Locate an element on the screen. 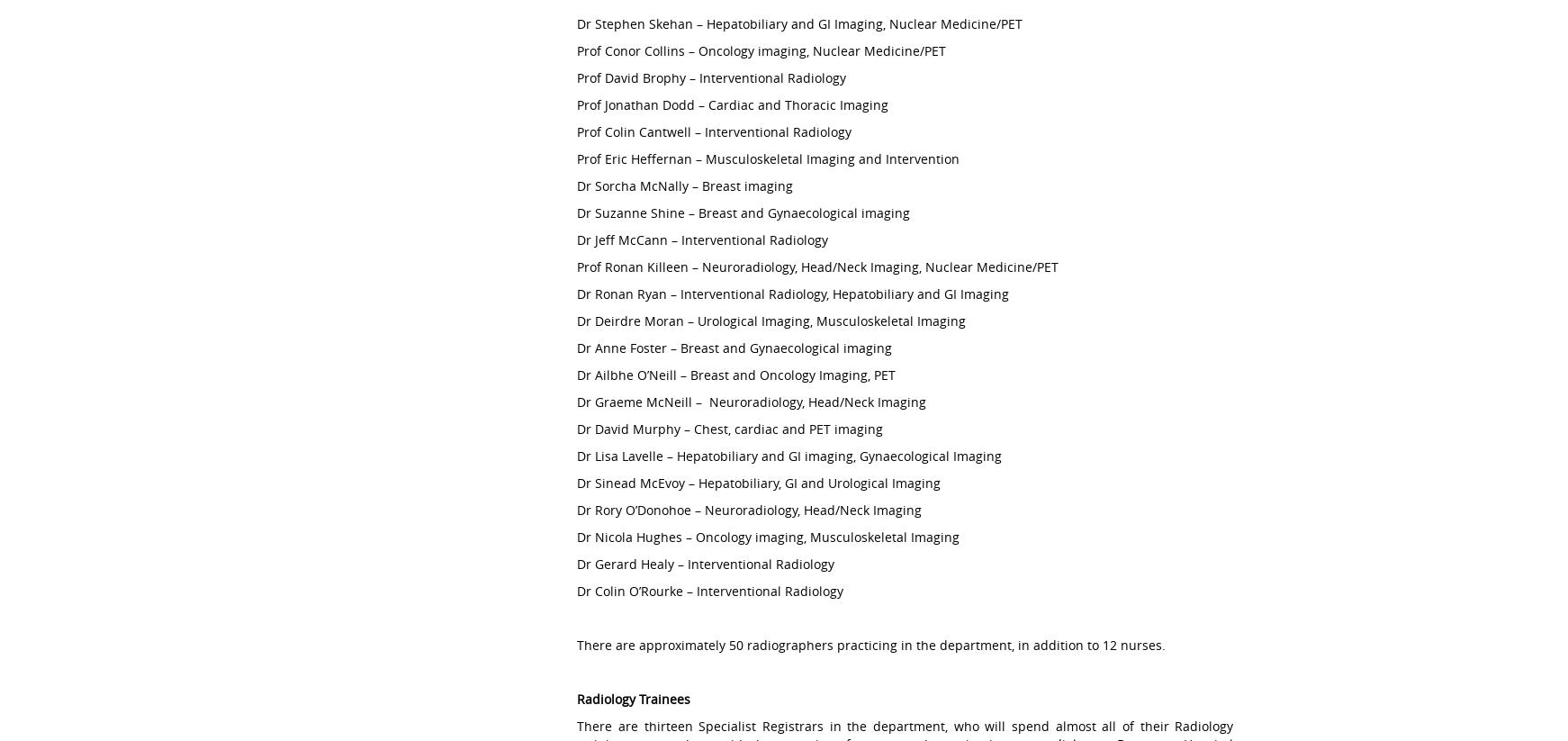  'Dr Stephen Skehan – Hepatobiliary and GI Imaging, Nuclear Medicine/PET' is located at coordinates (798, 23).